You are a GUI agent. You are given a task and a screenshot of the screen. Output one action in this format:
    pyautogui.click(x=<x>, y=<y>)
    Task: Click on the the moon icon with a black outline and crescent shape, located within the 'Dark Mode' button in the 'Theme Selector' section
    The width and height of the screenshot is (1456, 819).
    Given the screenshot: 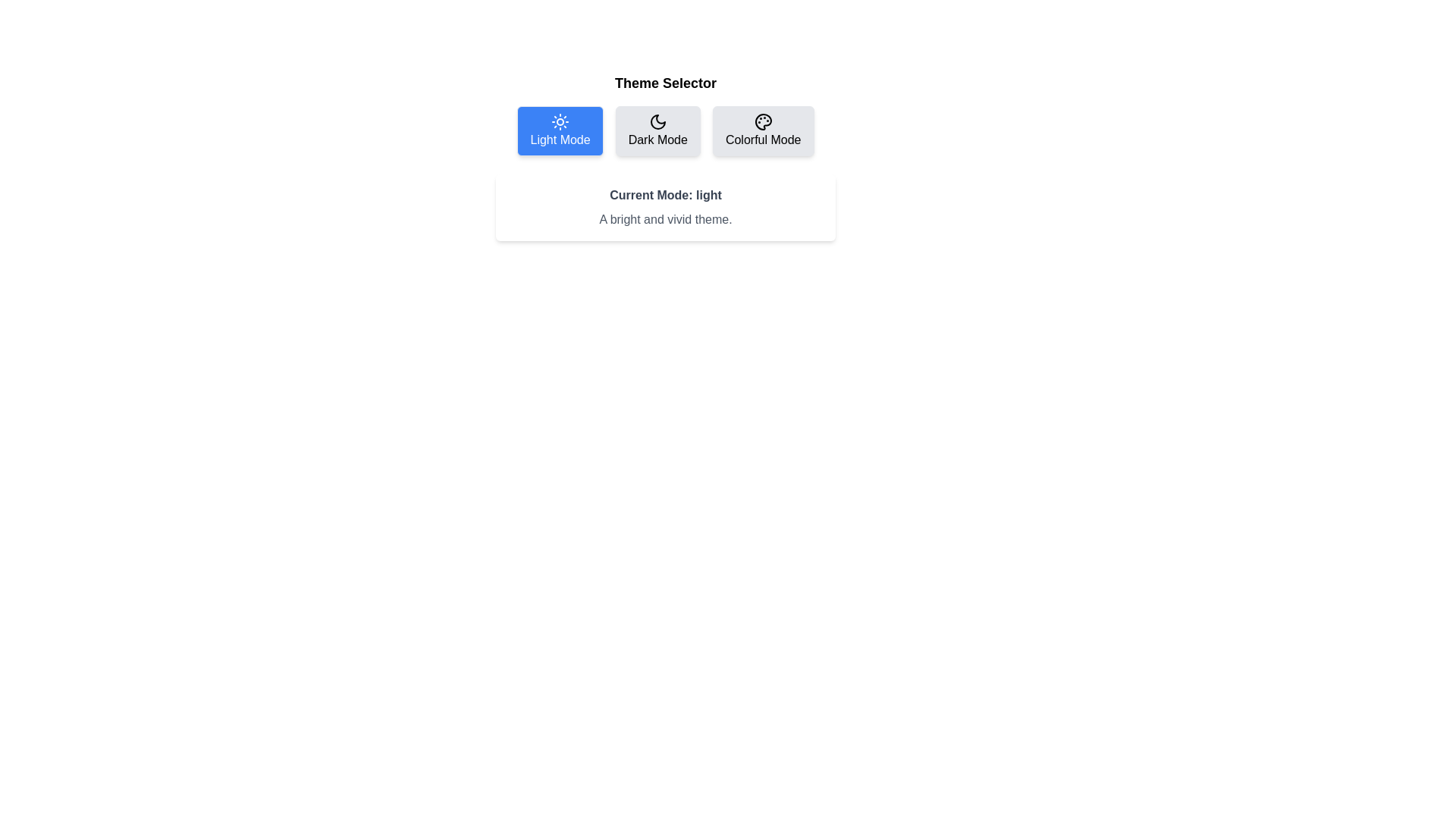 What is the action you would take?
    pyautogui.click(x=657, y=121)
    